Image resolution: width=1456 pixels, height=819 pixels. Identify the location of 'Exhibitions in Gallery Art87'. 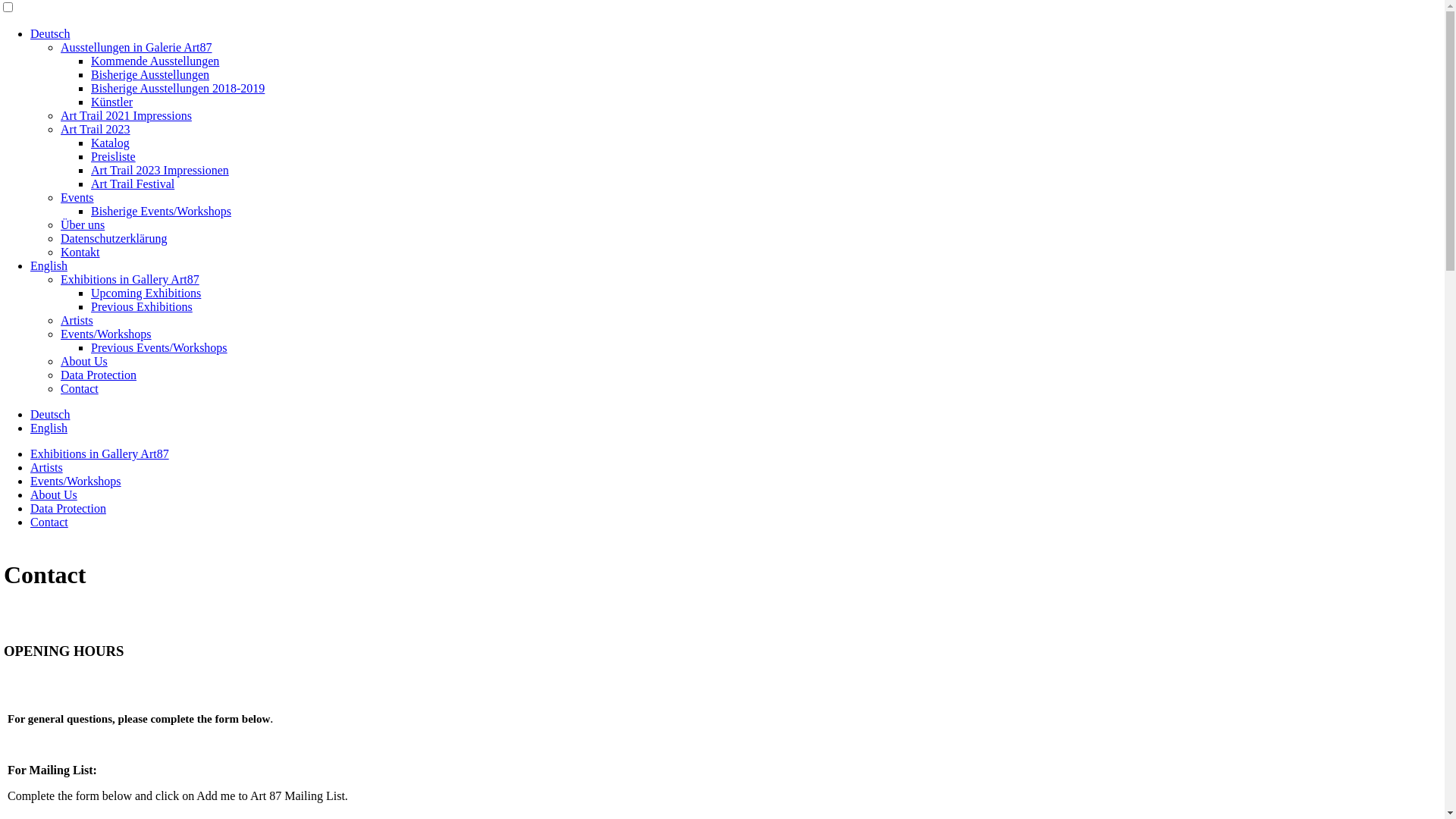
(130, 279).